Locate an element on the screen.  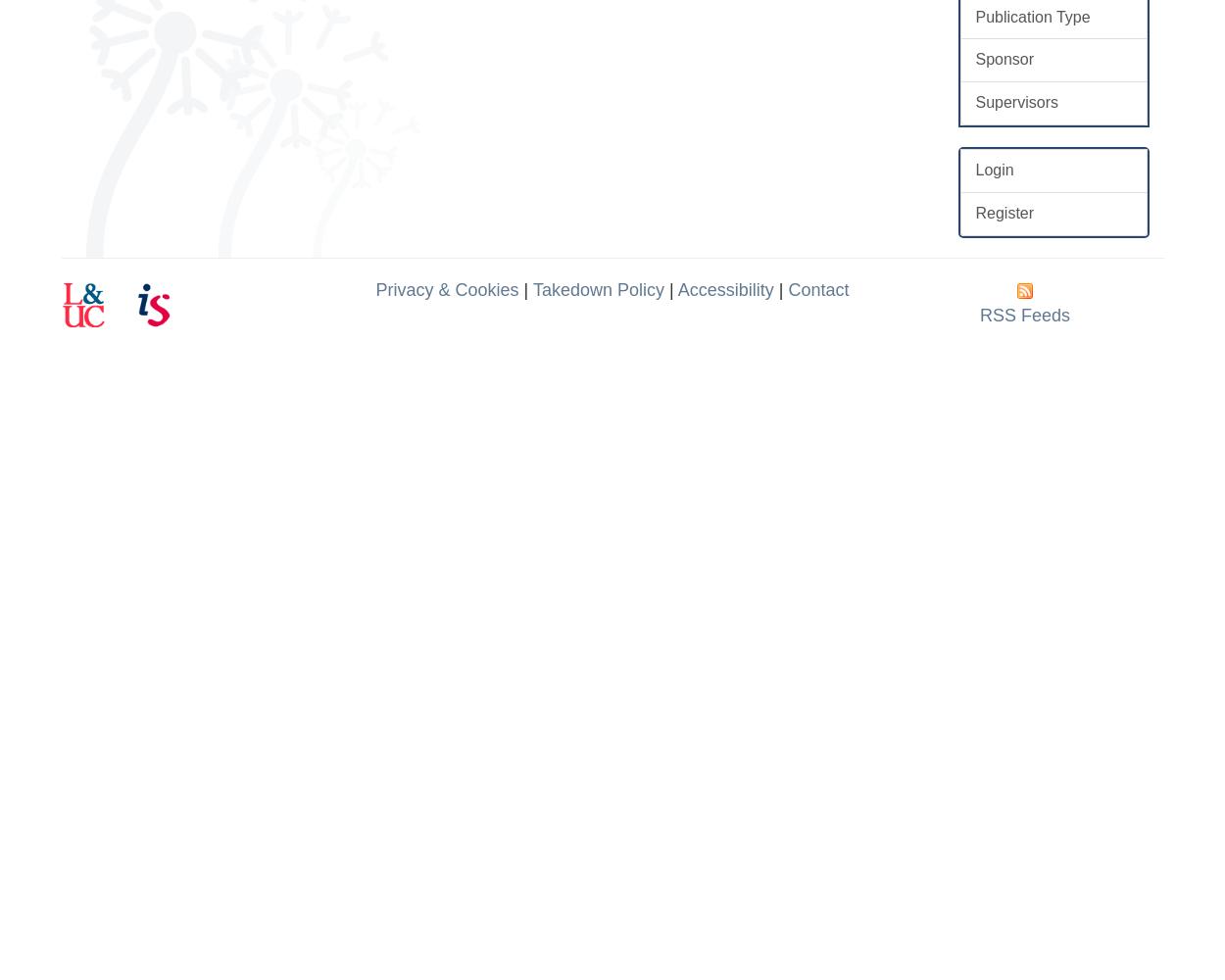
'RSS Feeds' is located at coordinates (1025, 314).